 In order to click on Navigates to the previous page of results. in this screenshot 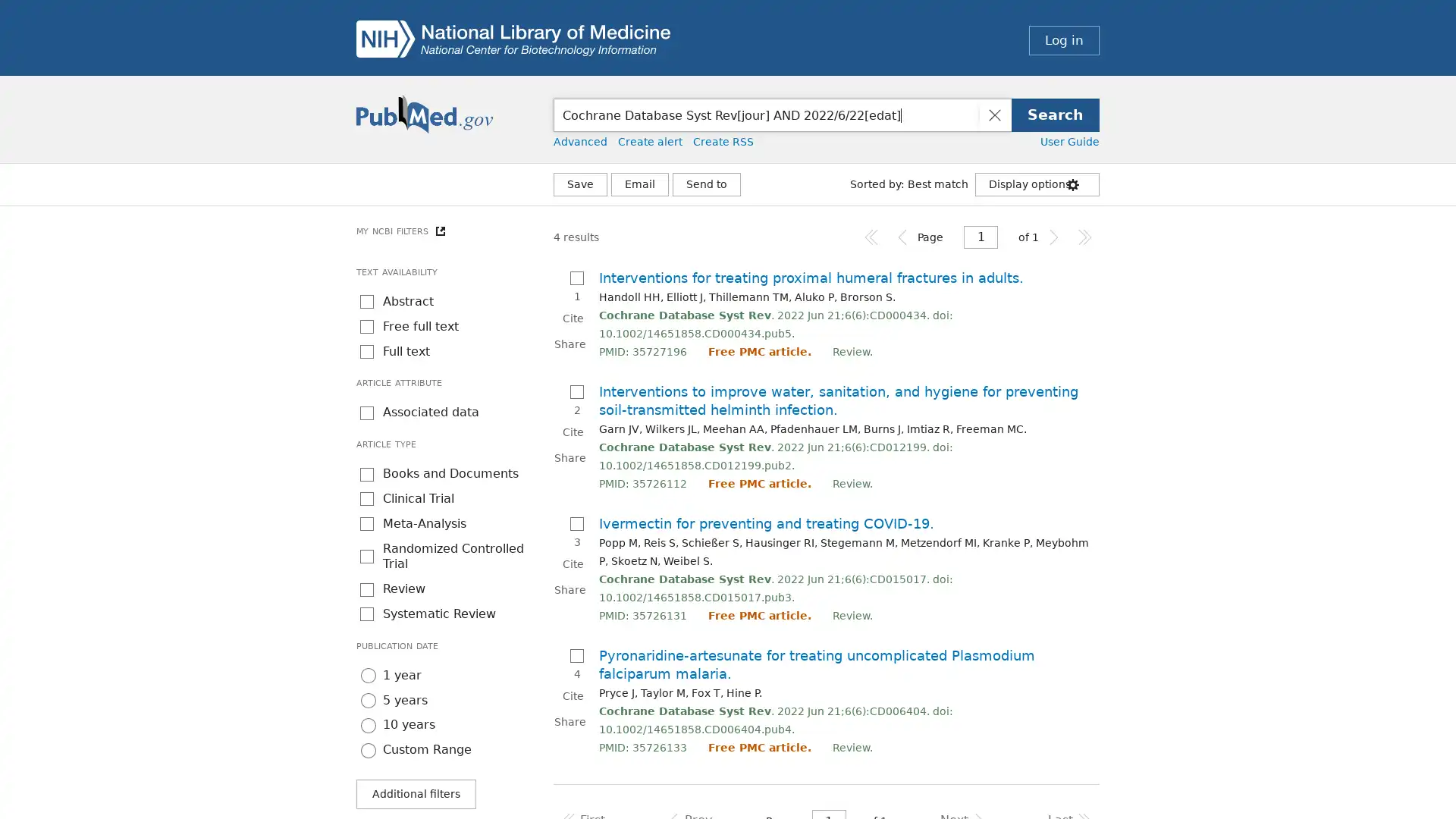, I will do `click(902, 237)`.